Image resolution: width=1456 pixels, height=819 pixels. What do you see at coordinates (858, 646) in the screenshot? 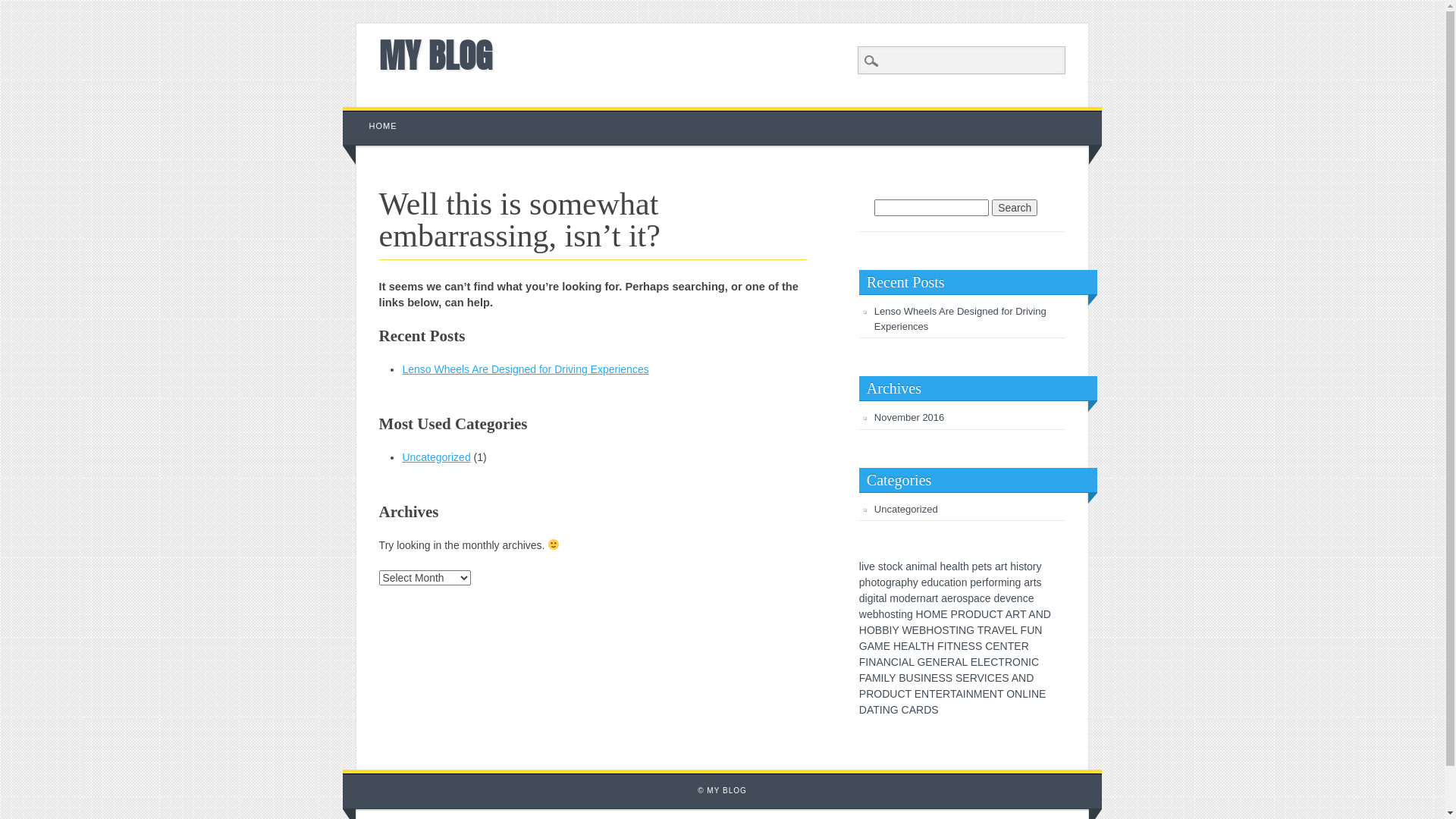
I see `'G'` at bounding box center [858, 646].